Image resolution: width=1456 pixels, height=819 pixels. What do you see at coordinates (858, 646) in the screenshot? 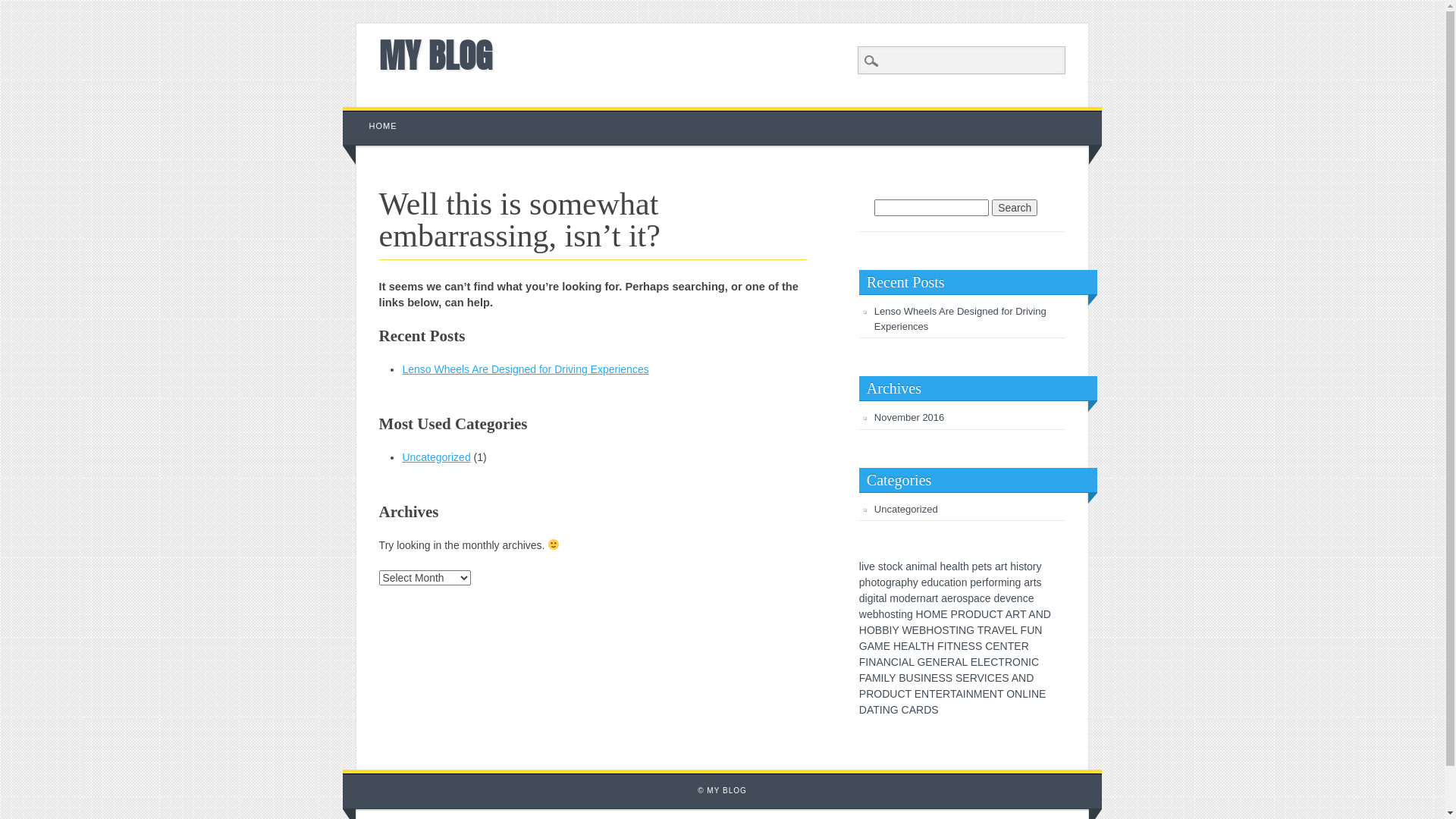
I see `'G'` at bounding box center [858, 646].